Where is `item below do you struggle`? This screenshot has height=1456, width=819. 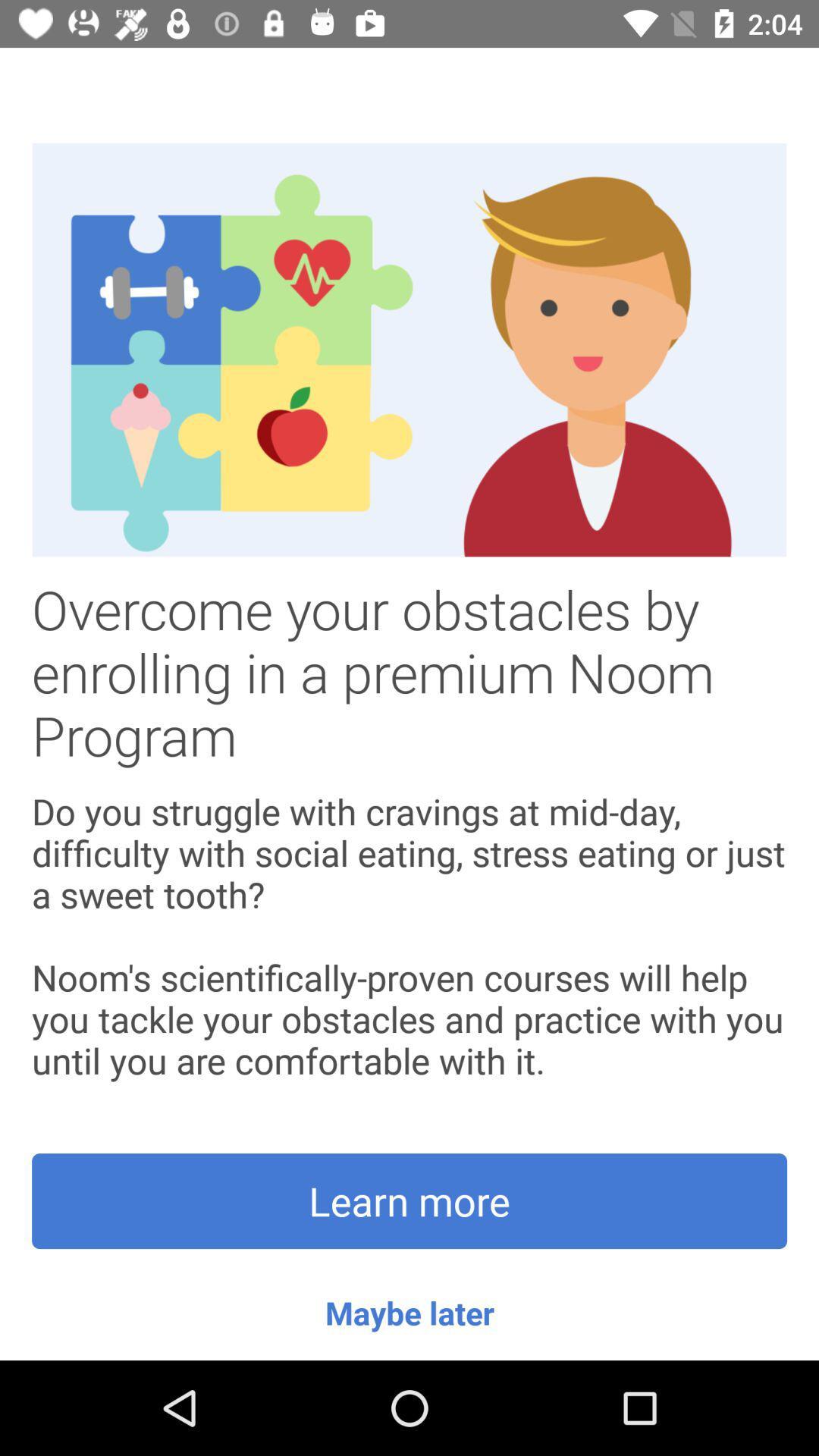 item below do you struggle is located at coordinates (409, 1200).